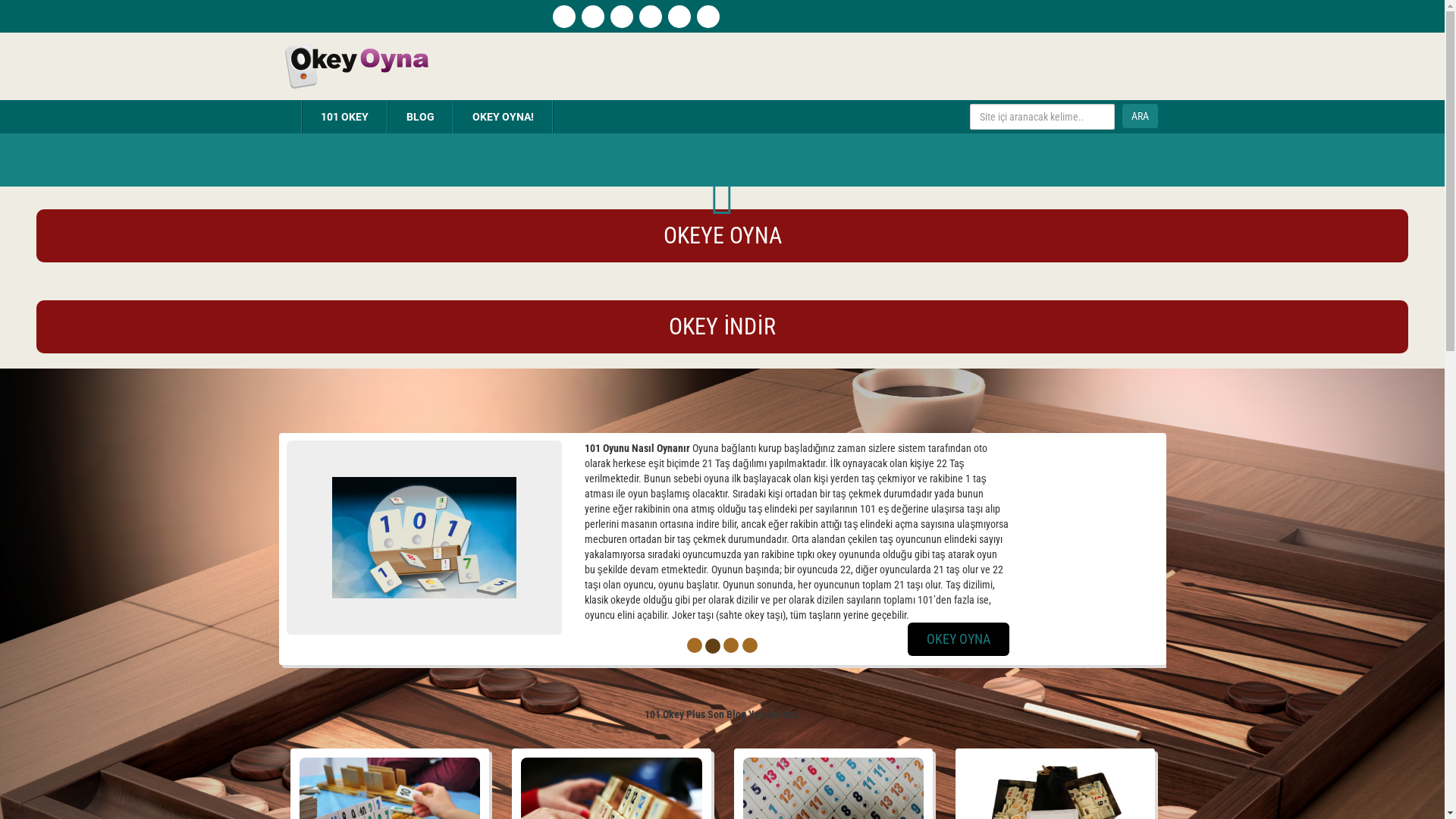 This screenshot has width=1456, height=819. I want to click on 'Instagram'da Bizi Takip Et', so click(621, 17).